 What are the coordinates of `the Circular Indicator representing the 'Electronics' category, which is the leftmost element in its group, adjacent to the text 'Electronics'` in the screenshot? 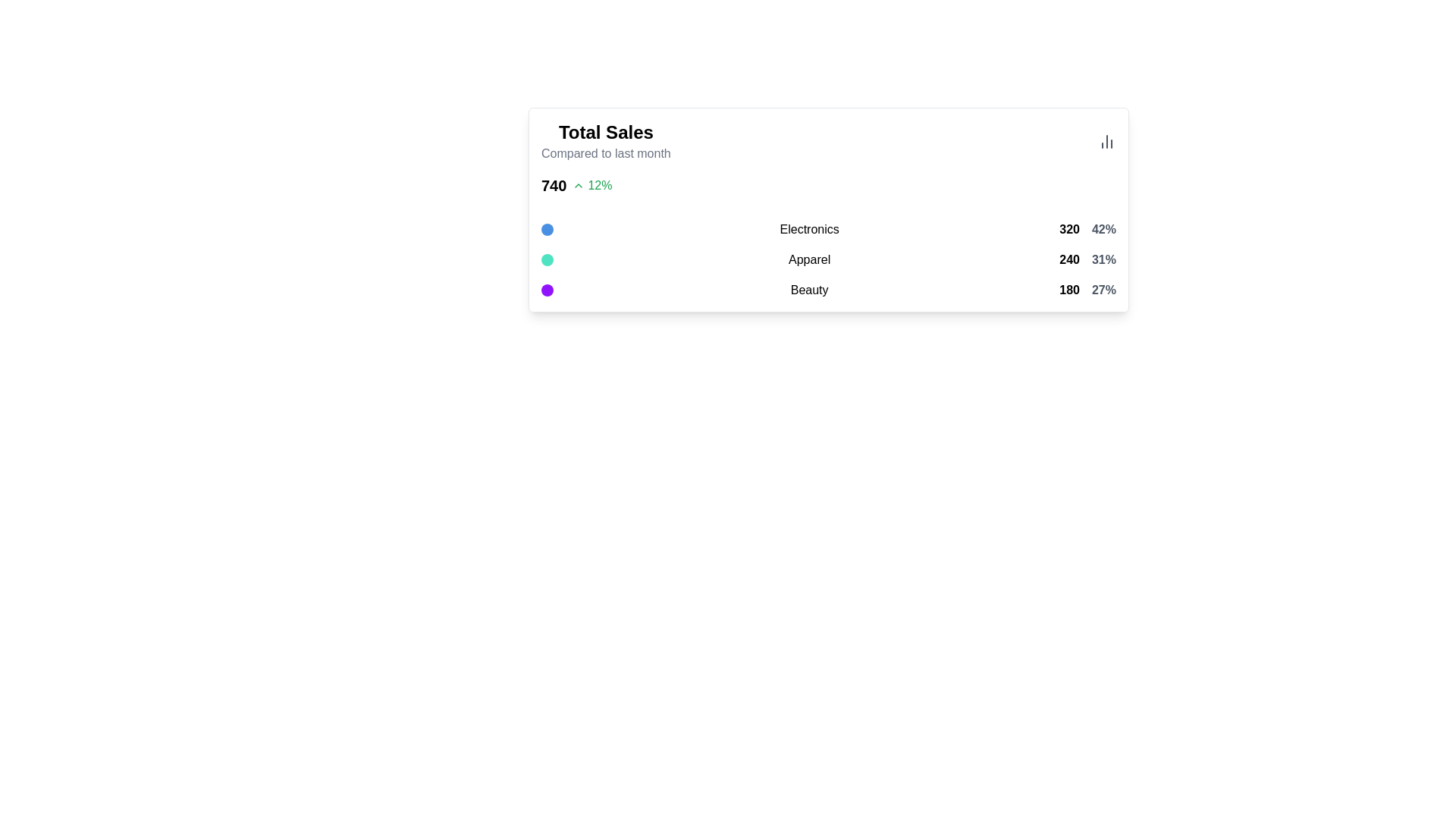 It's located at (546, 230).